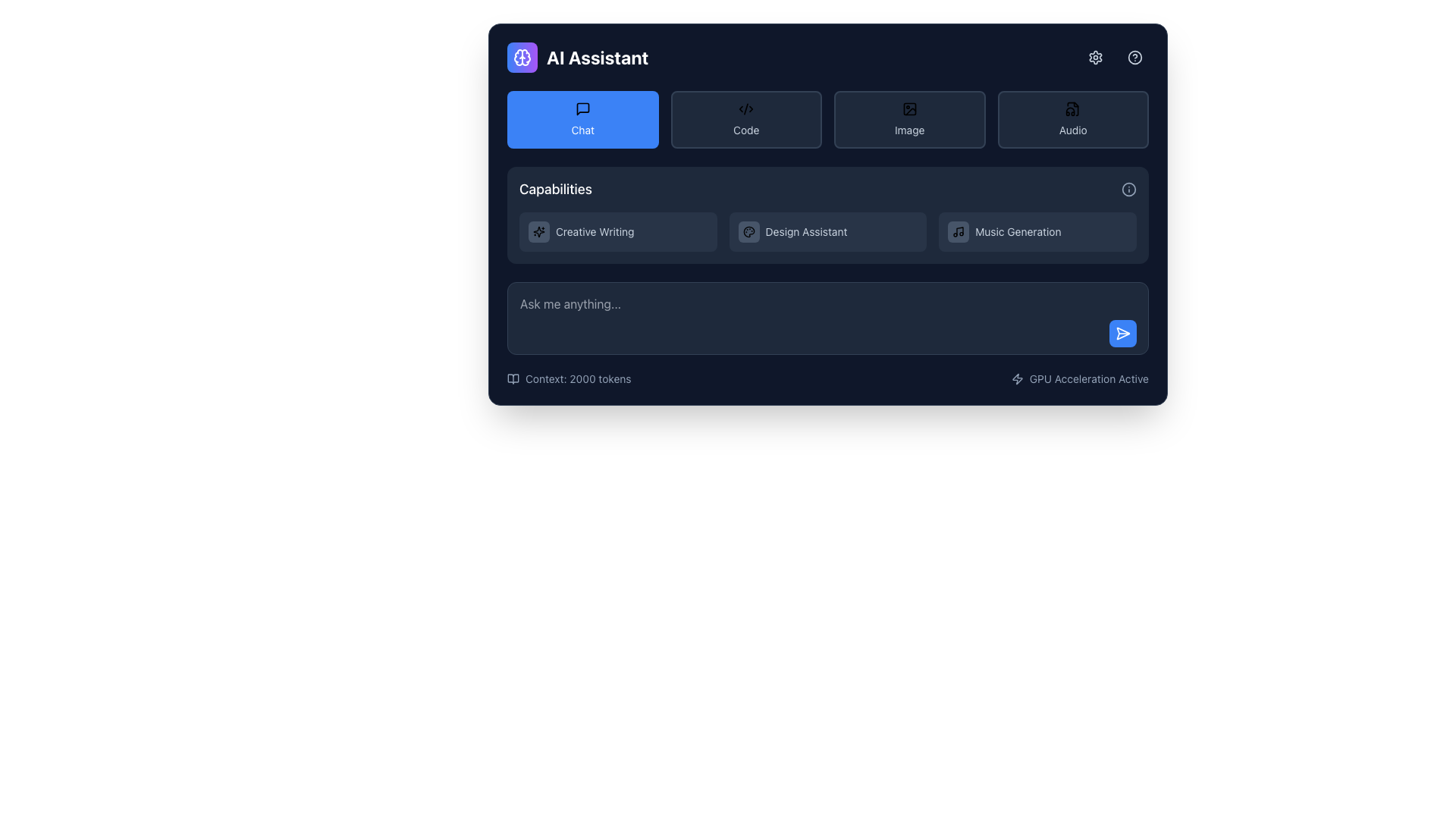 This screenshot has height=819, width=1456. Describe the element at coordinates (1128, 189) in the screenshot. I see `the Informational icon located at the far right of the 'Capabilities' header` at that location.